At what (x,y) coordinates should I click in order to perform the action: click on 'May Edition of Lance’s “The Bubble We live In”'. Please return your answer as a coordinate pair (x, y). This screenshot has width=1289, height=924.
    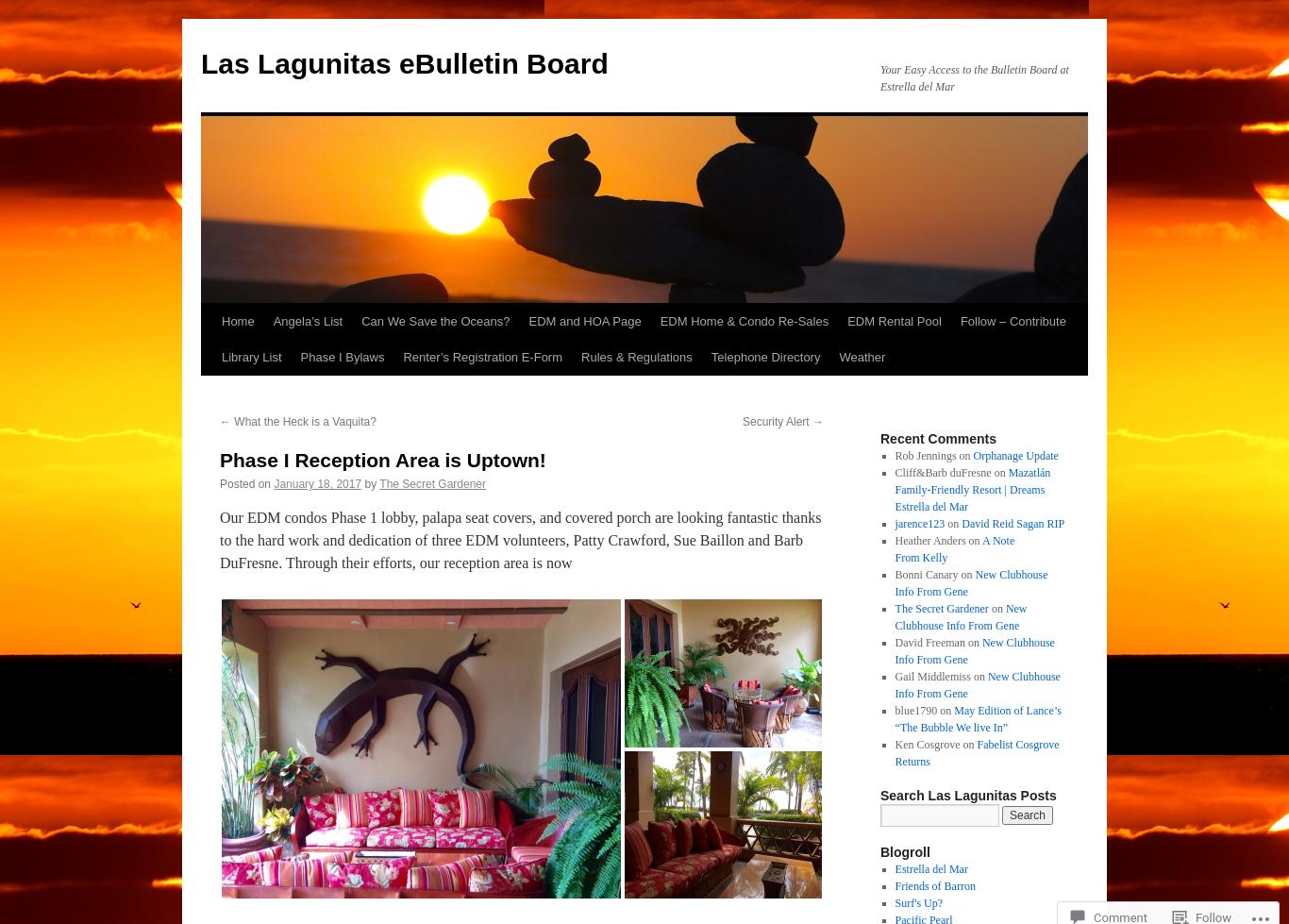
    Looking at the image, I should click on (976, 717).